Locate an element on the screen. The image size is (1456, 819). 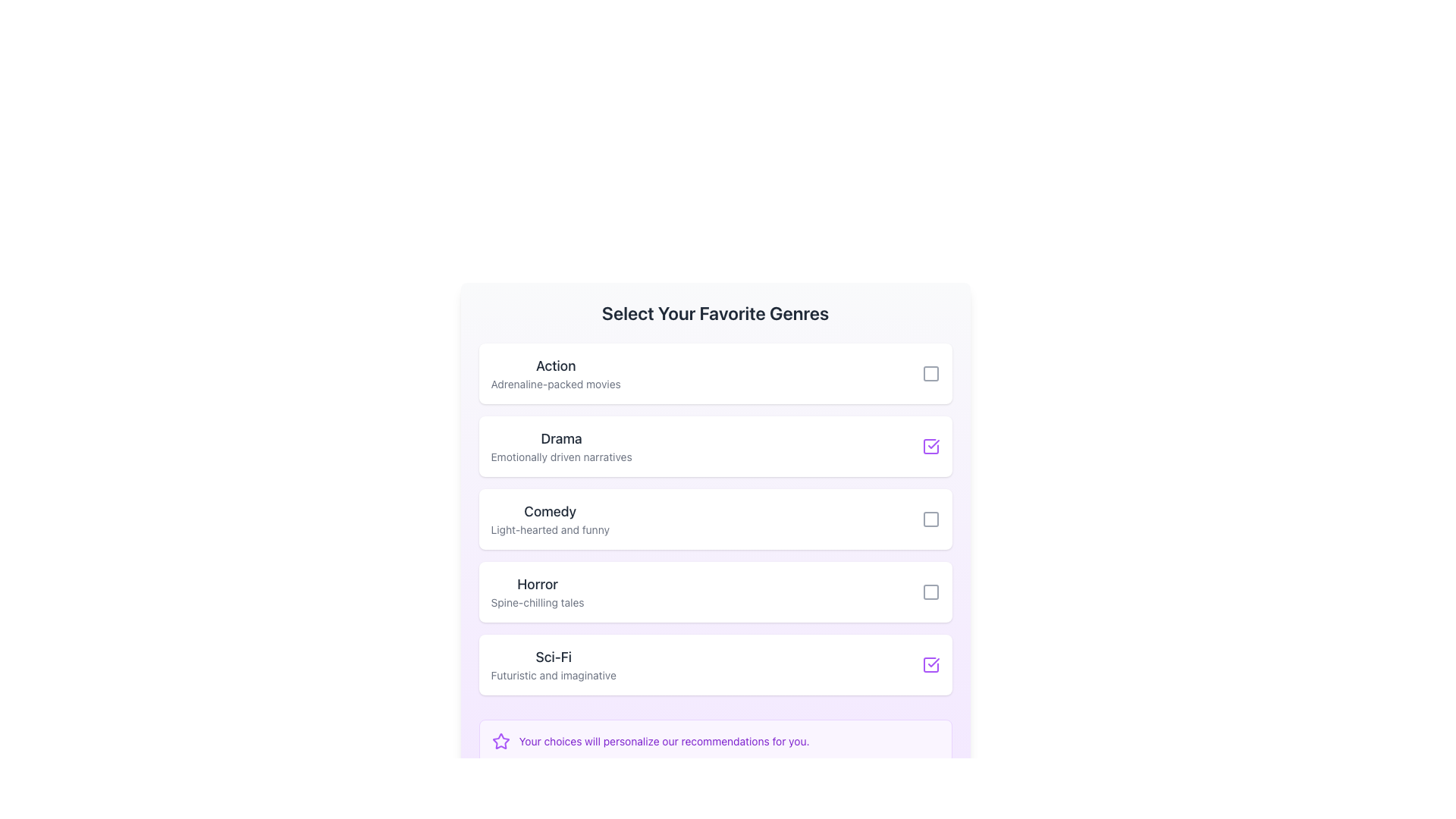
the text label displaying 'Light-hearted and funny', which is styled in a smaller, gray-colored font and positioned below the 'Comedy' title is located at coordinates (549, 529).